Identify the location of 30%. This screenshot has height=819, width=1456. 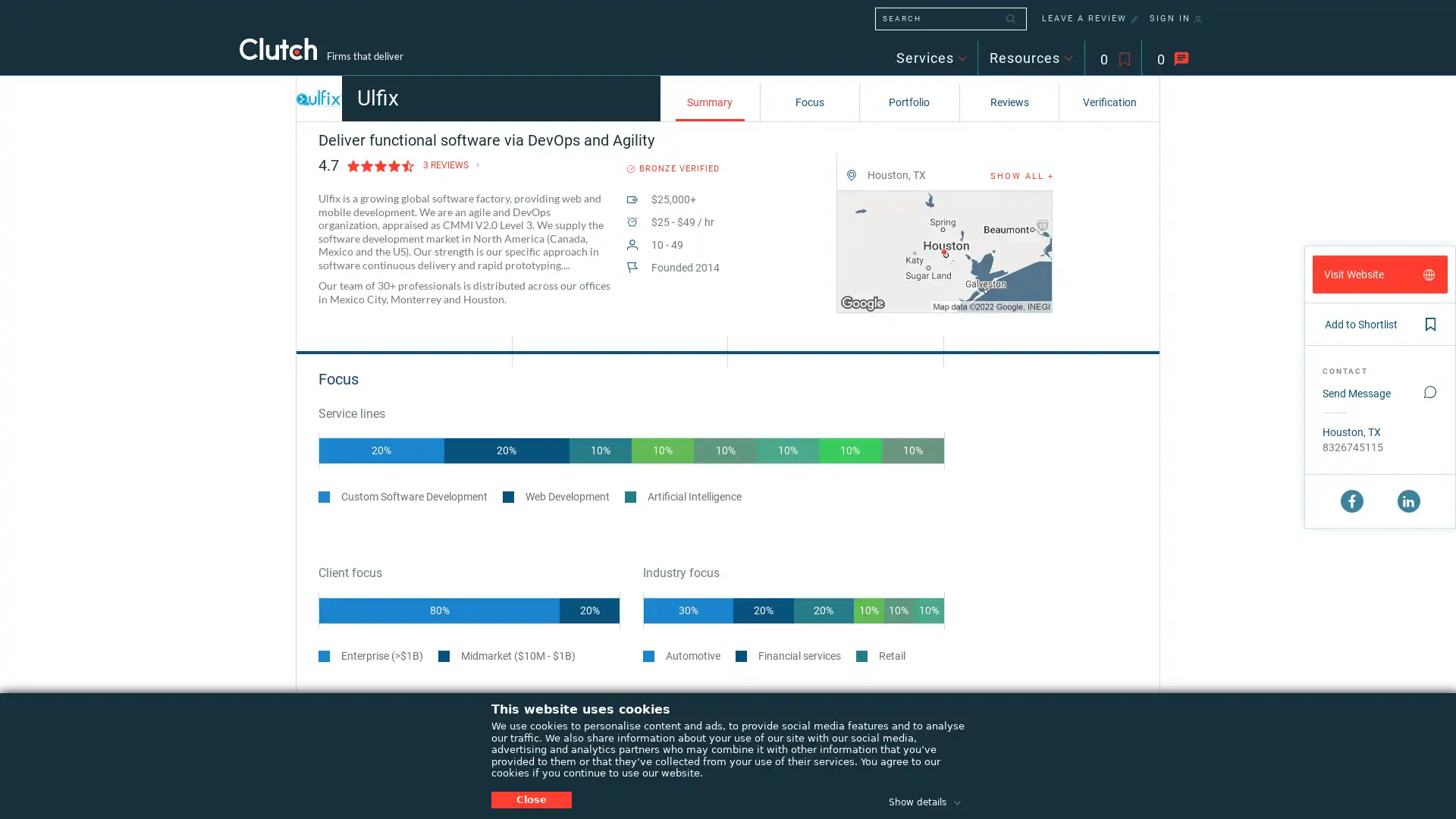
(453, 762).